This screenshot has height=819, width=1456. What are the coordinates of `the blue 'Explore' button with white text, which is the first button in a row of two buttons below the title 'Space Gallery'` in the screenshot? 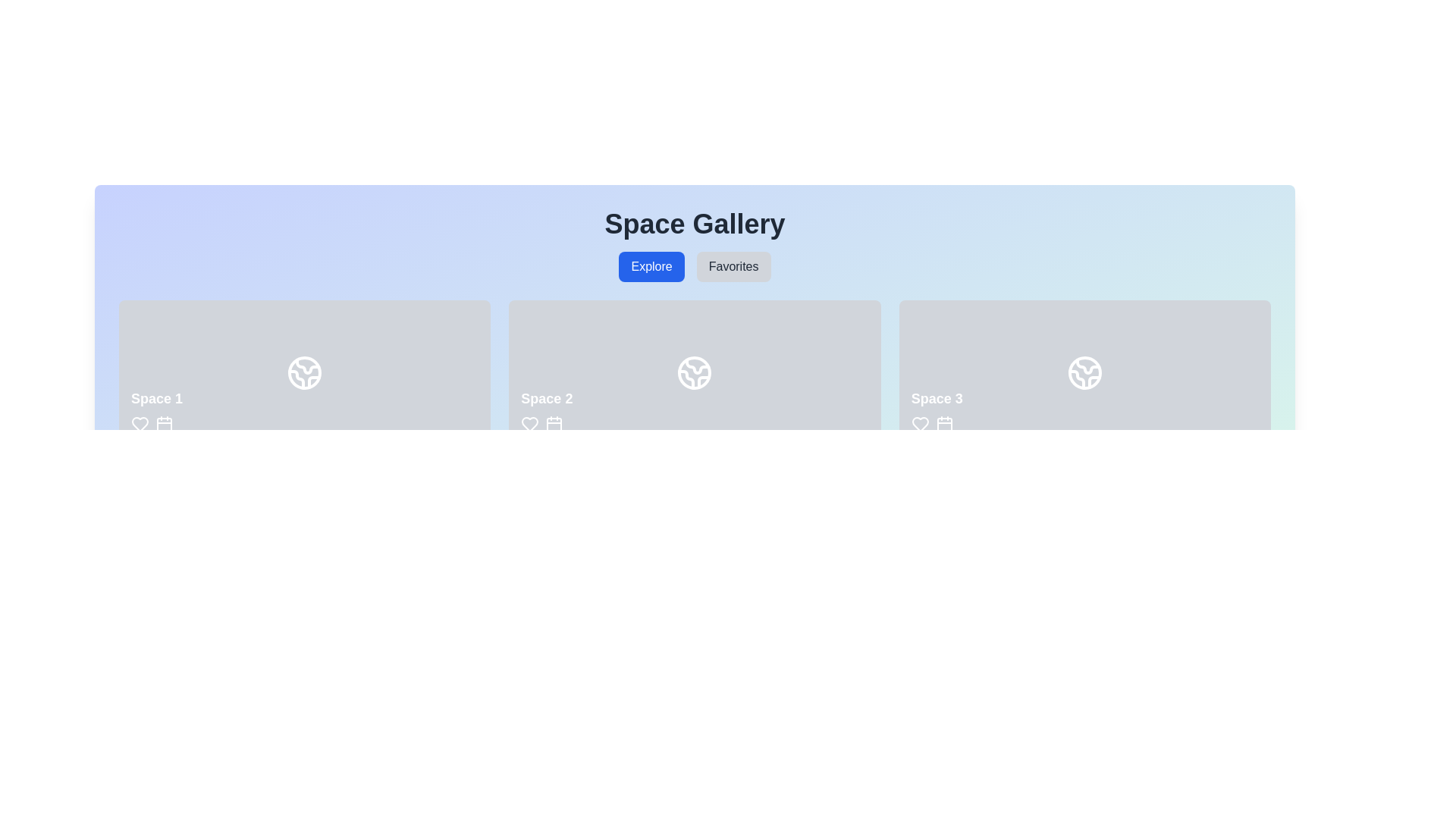 It's located at (651, 265).